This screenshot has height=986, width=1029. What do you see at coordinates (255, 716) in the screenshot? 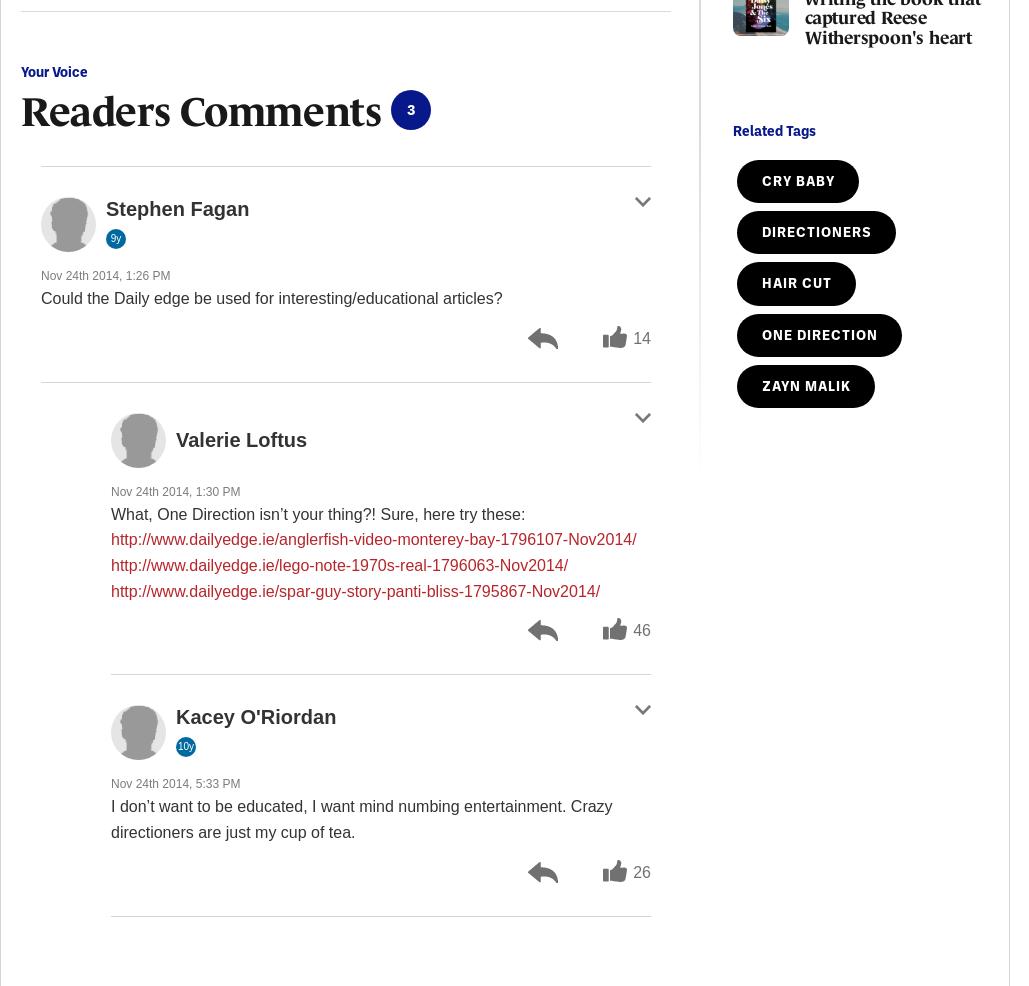
I see `'Kacey O'Riordan'` at bounding box center [255, 716].